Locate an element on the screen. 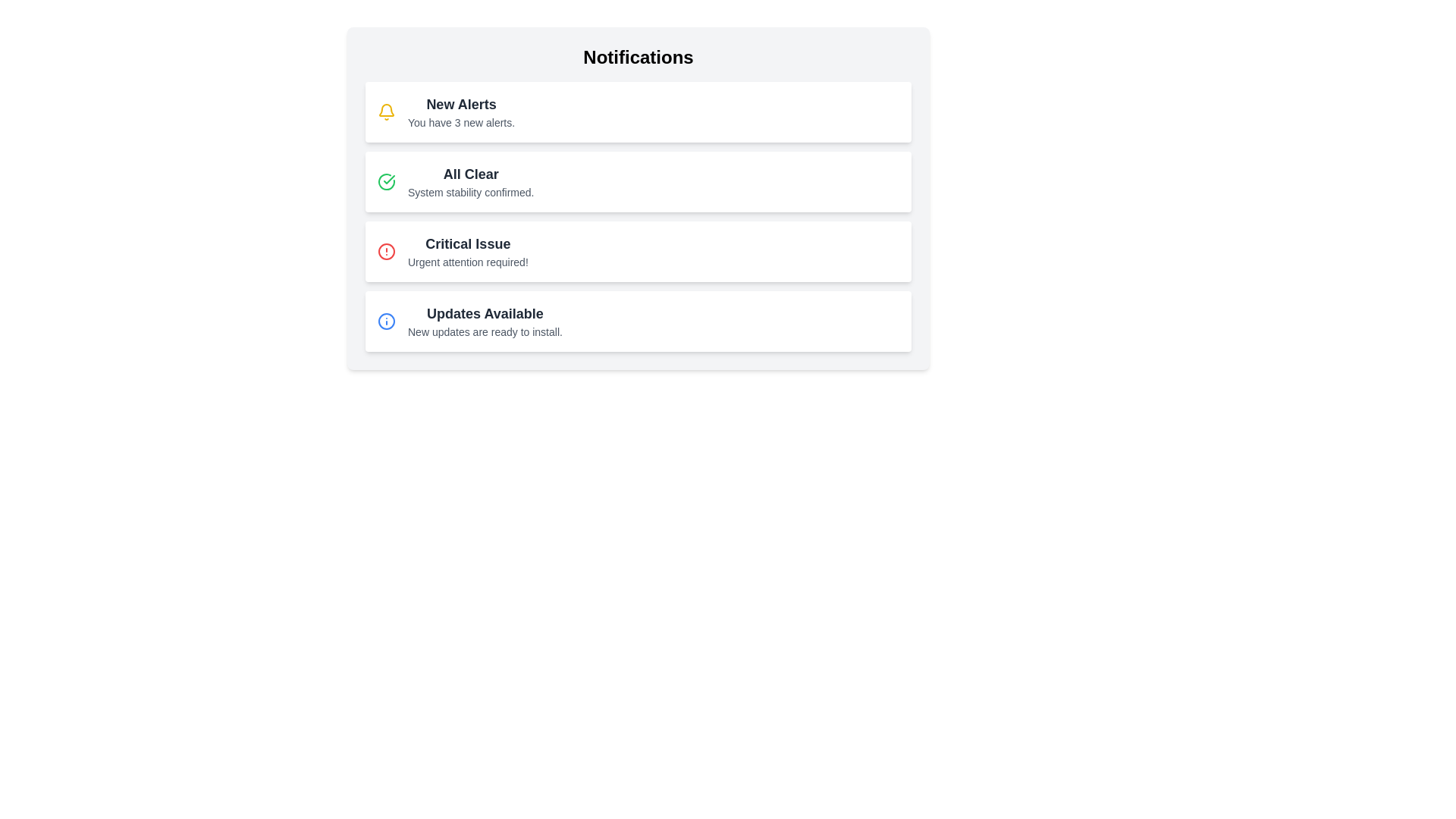  'Critical Issue' text label, which is the first text component of the third notification item in the Notifications list is located at coordinates (467, 243).